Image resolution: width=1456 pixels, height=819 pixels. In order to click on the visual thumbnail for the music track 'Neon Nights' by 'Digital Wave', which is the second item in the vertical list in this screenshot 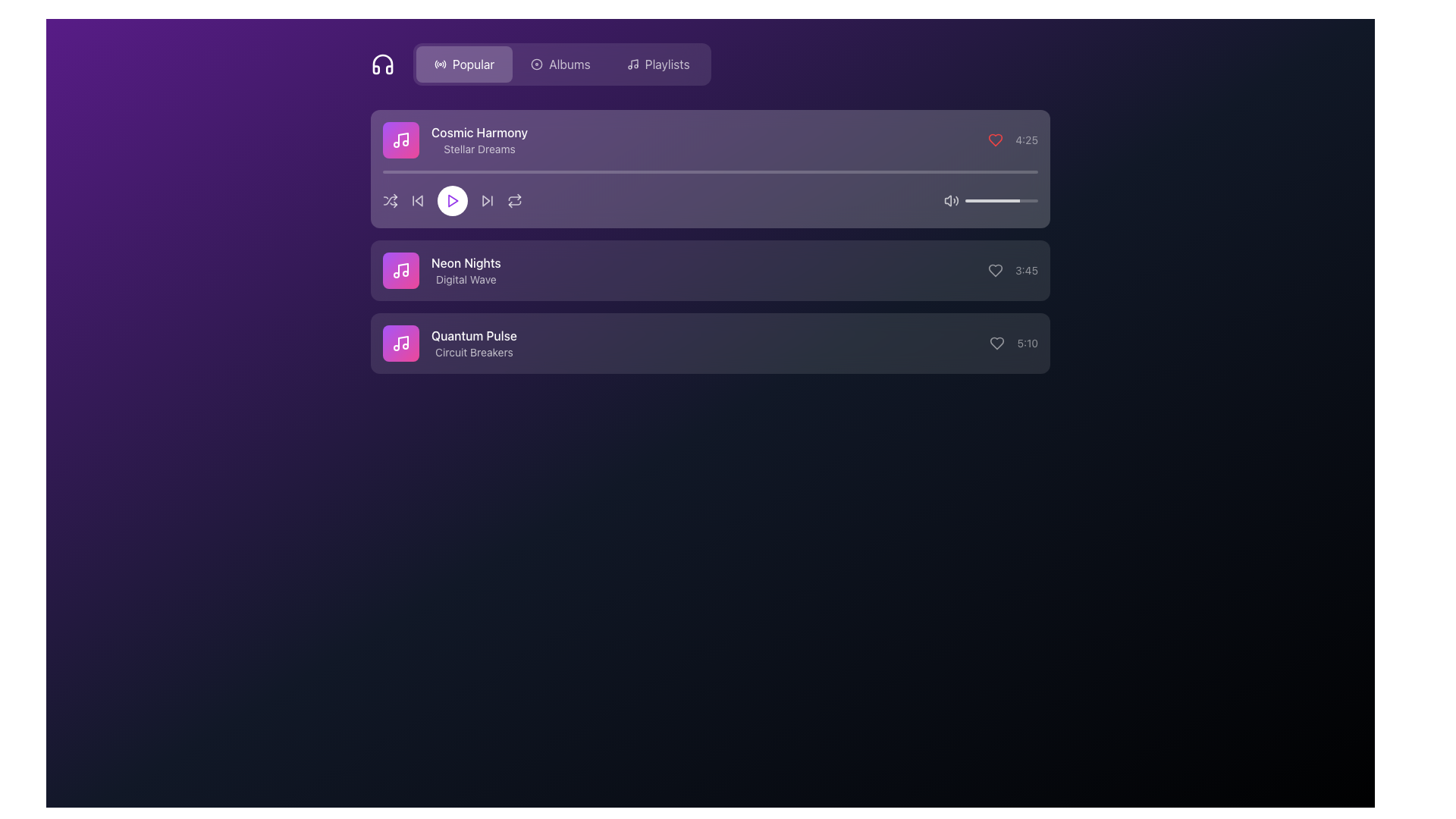, I will do `click(400, 270)`.